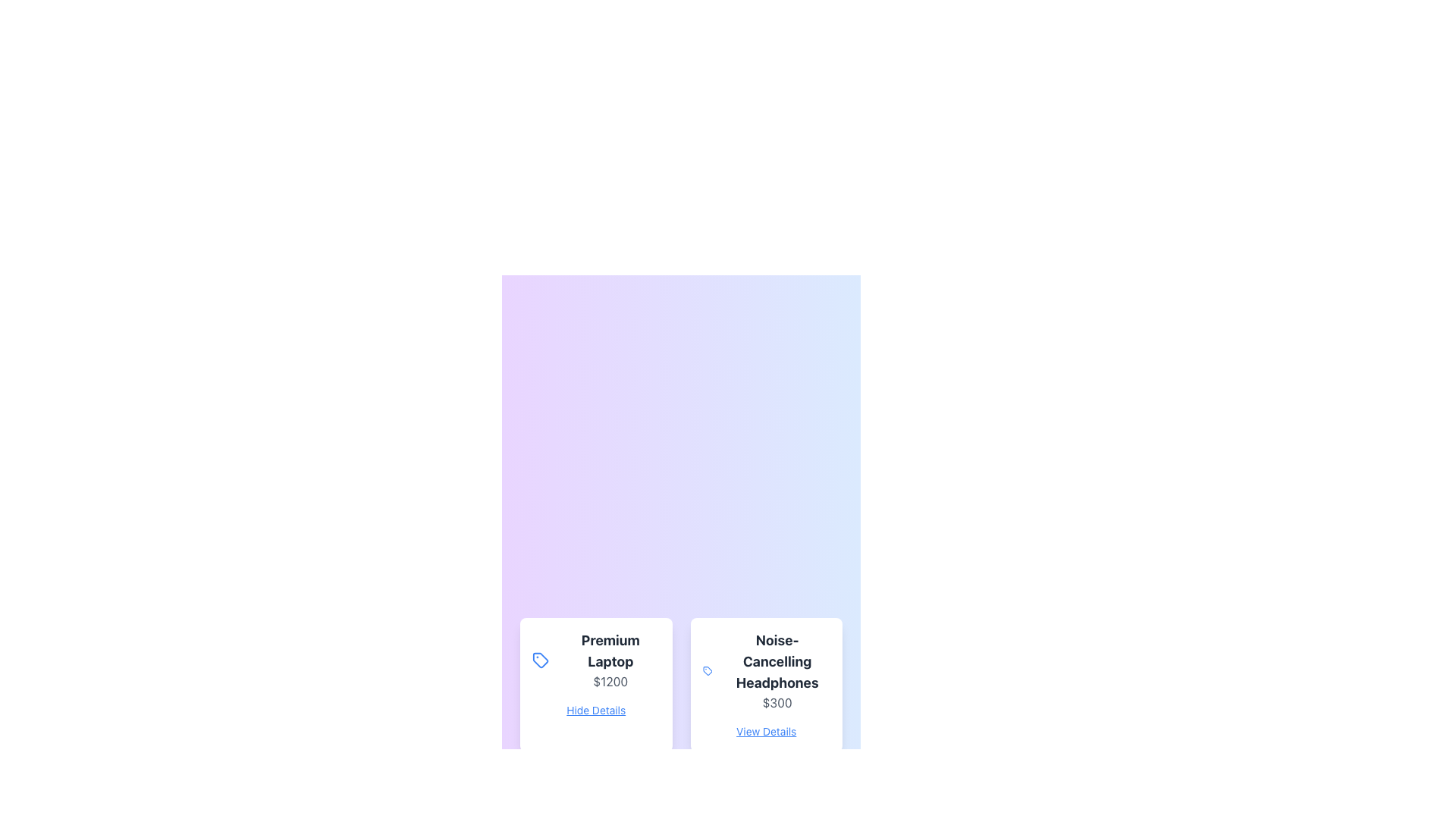 The height and width of the screenshot is (819, 1456). What do you see at coordinates (610, 650) in the screenshot?
I see `the text label displaying 'Premium Laptop', which is styled with a bold, large font in dark gray color and located at the top of its card component` at bounding box center [610, 650].